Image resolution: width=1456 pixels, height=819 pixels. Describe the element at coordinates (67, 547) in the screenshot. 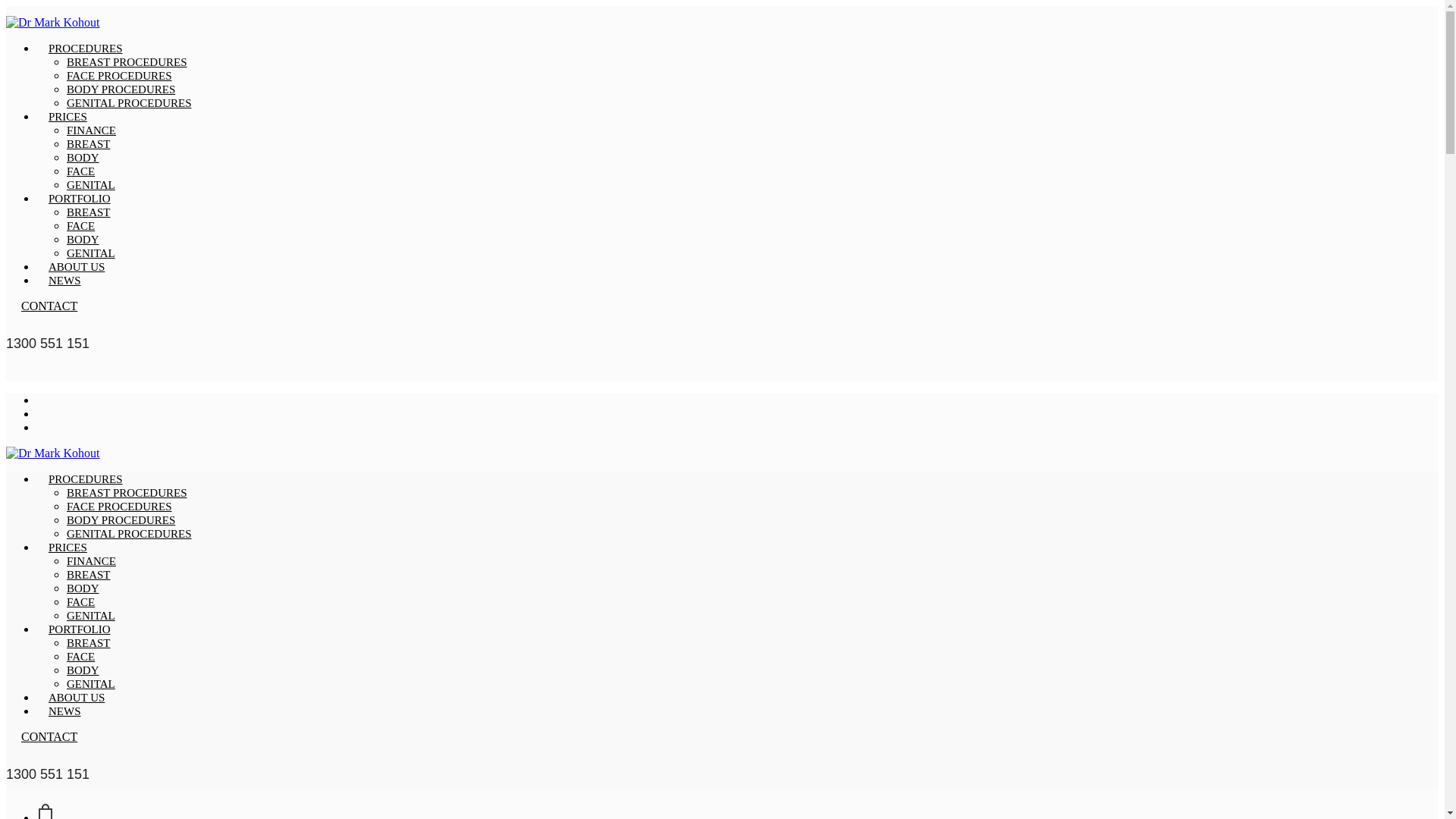

I see `'PRICES'` at that location.